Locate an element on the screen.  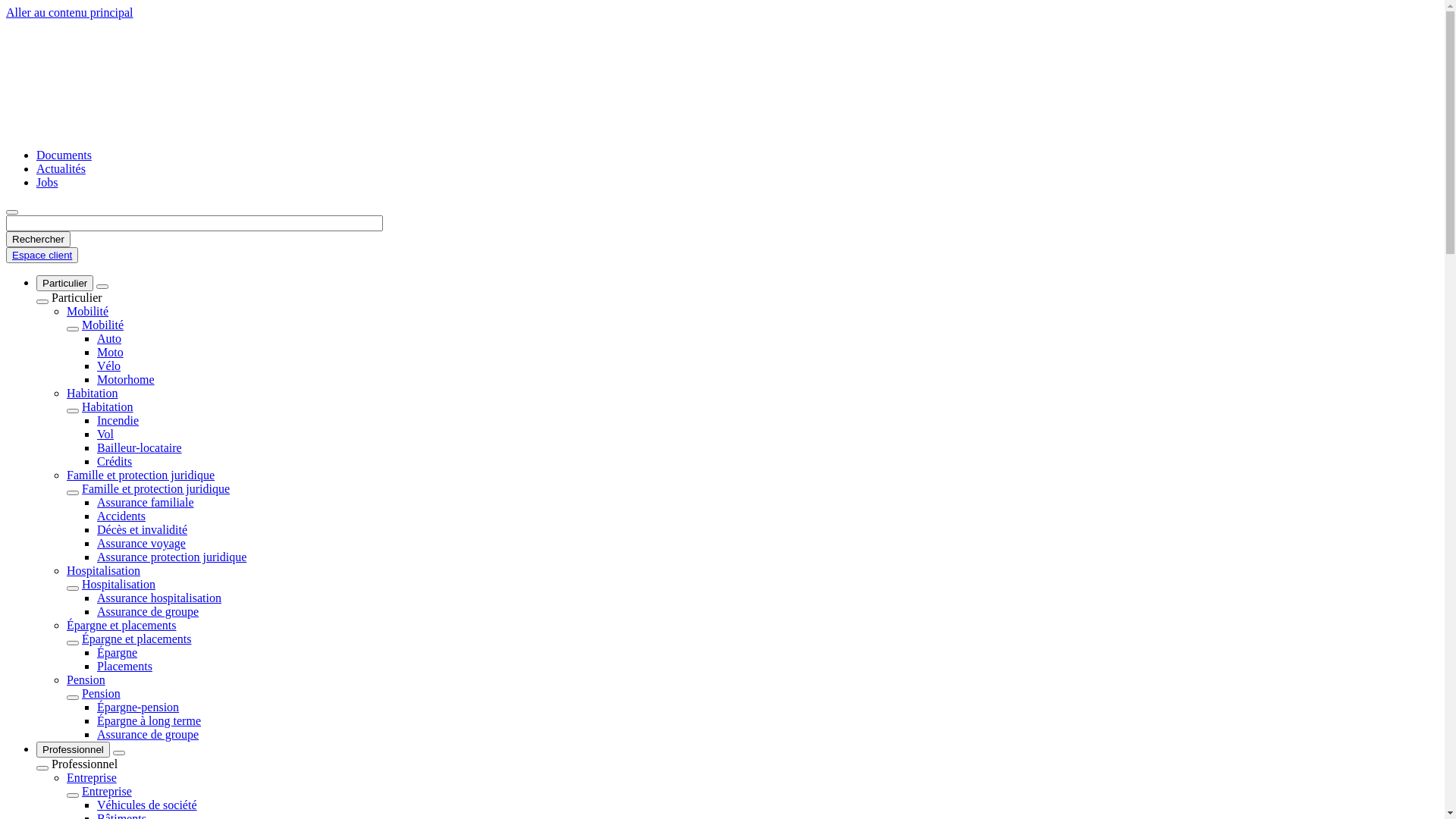
'Hospitalisation' is located at coordinates (118, 583).